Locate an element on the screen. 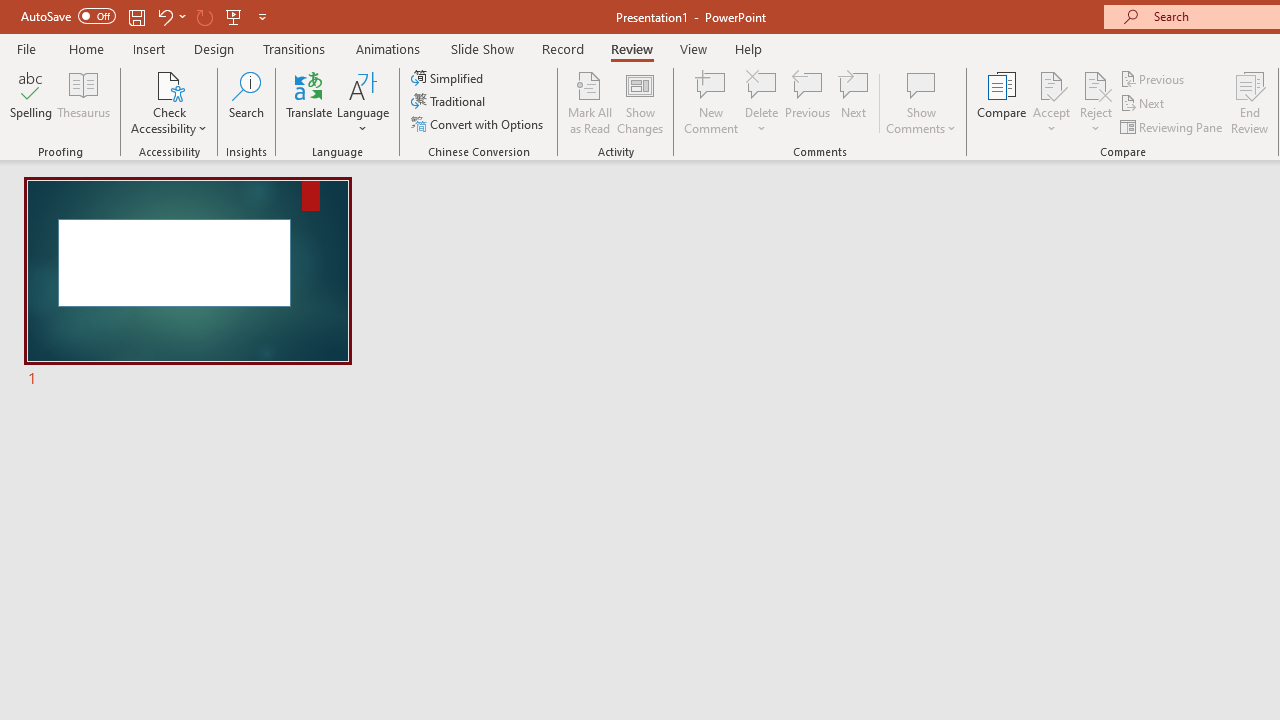 This screenshot has height=720, width=1280. 'Check Accessibility' is located at coordinates (169, 103).